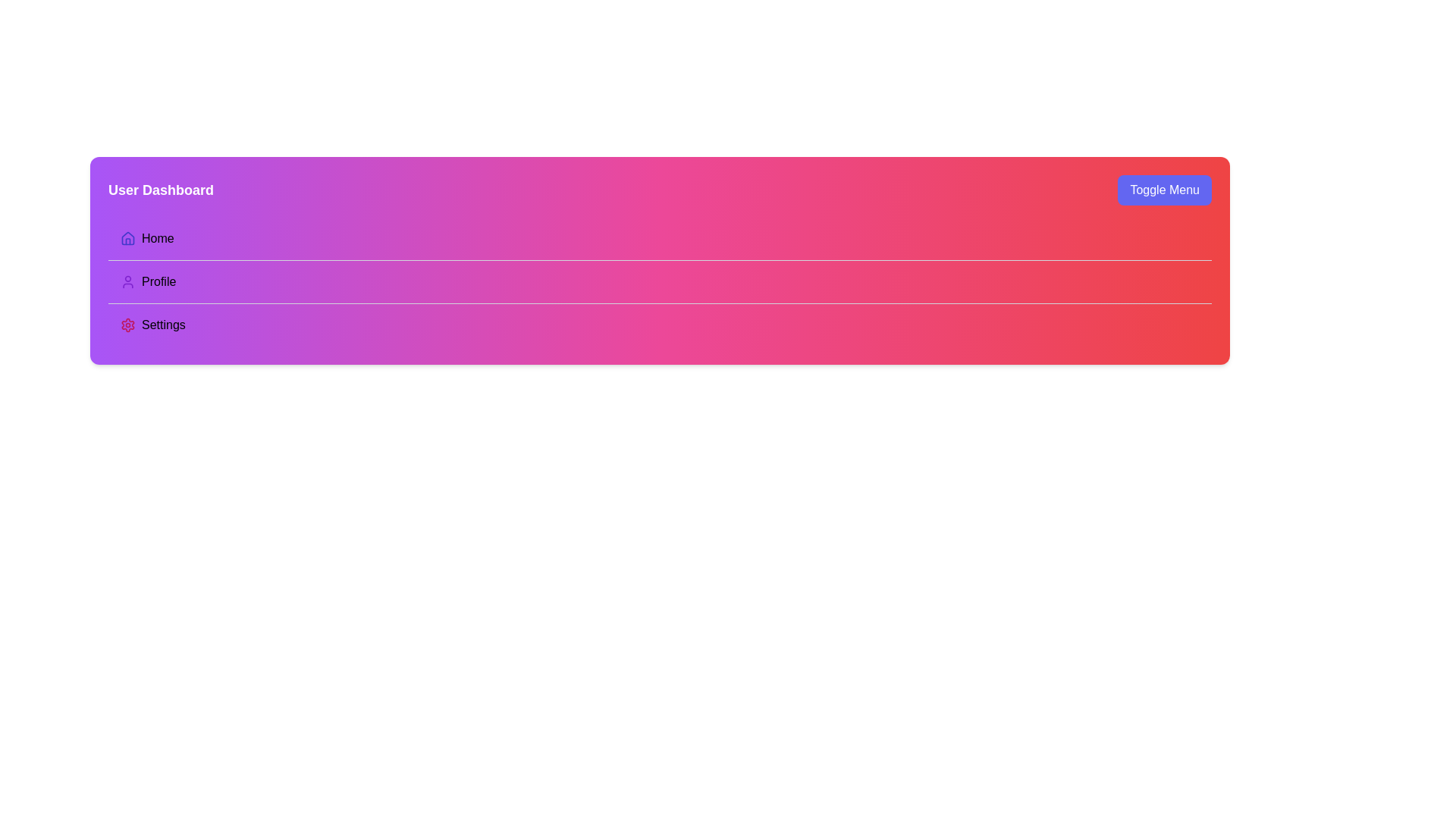 This screenshot has height=819, width=1456. What do you see at coordinates (127, 324) in the screenshot?
I see `the pink gear-shaped icon located in the bottom row labeled 'Settings'` at bounding box center [127, 324].